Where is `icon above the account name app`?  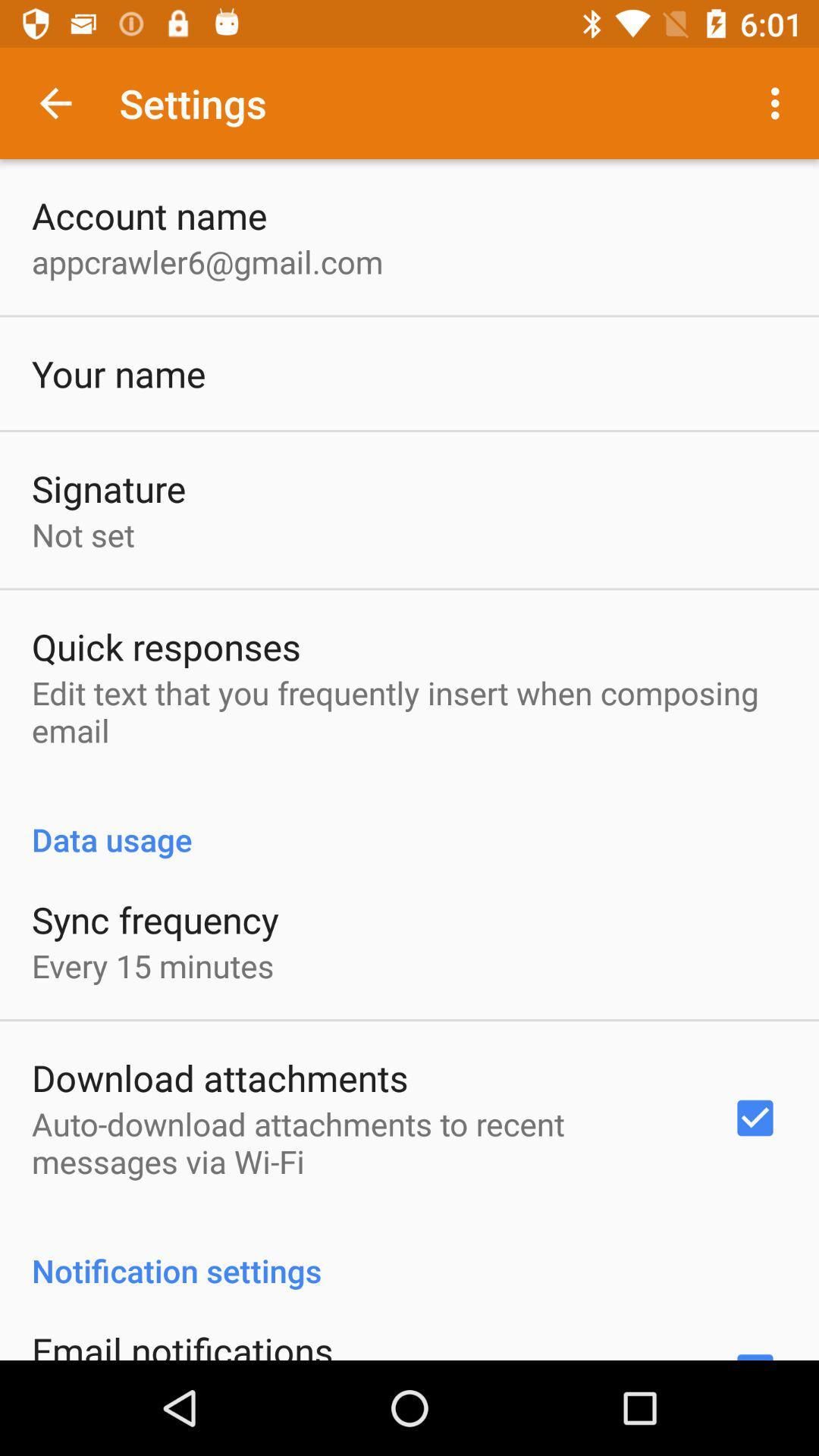 icon above the account name app is located at coordinates (55, 102).